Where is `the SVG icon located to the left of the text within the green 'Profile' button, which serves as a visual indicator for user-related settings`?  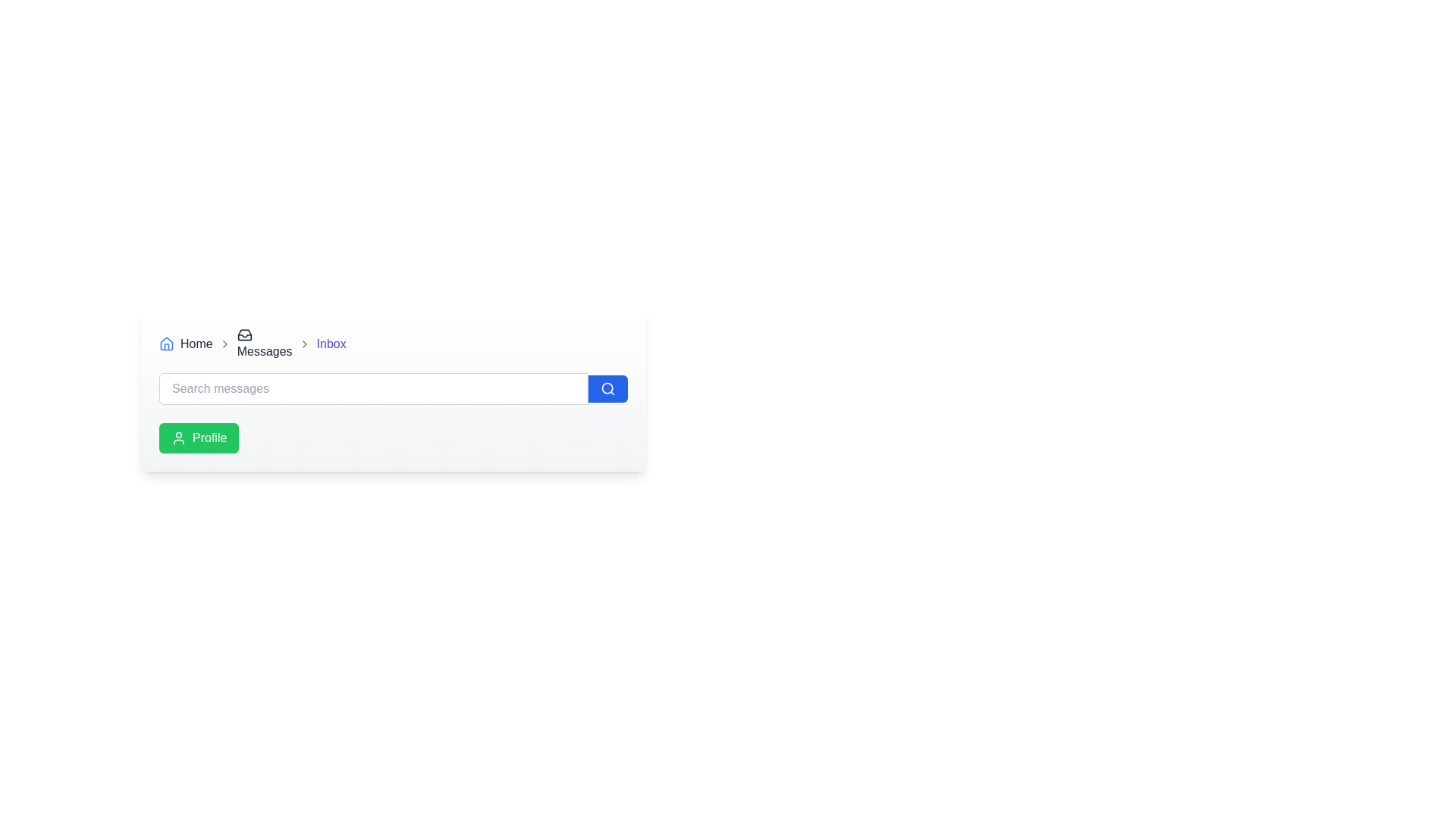
the SVG icon located to the left of the text within the green 'Profile' button, which serves as a visual indicator for user-related settings is located at coordinates (178, 438).